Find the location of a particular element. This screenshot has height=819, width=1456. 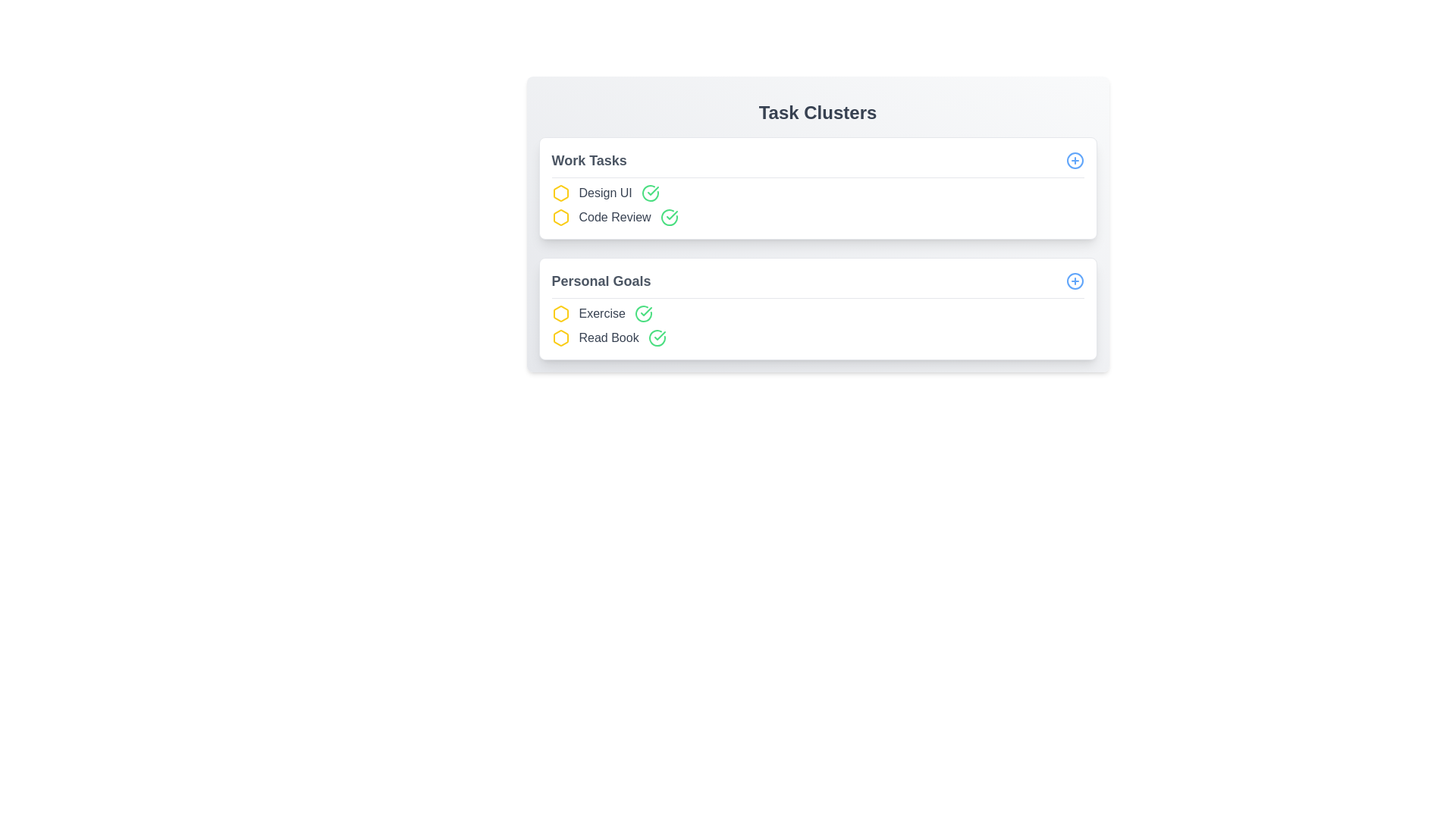

green check icon next to the task item labeled Exercise to mark it as completed is located at coordinates (643, 312).